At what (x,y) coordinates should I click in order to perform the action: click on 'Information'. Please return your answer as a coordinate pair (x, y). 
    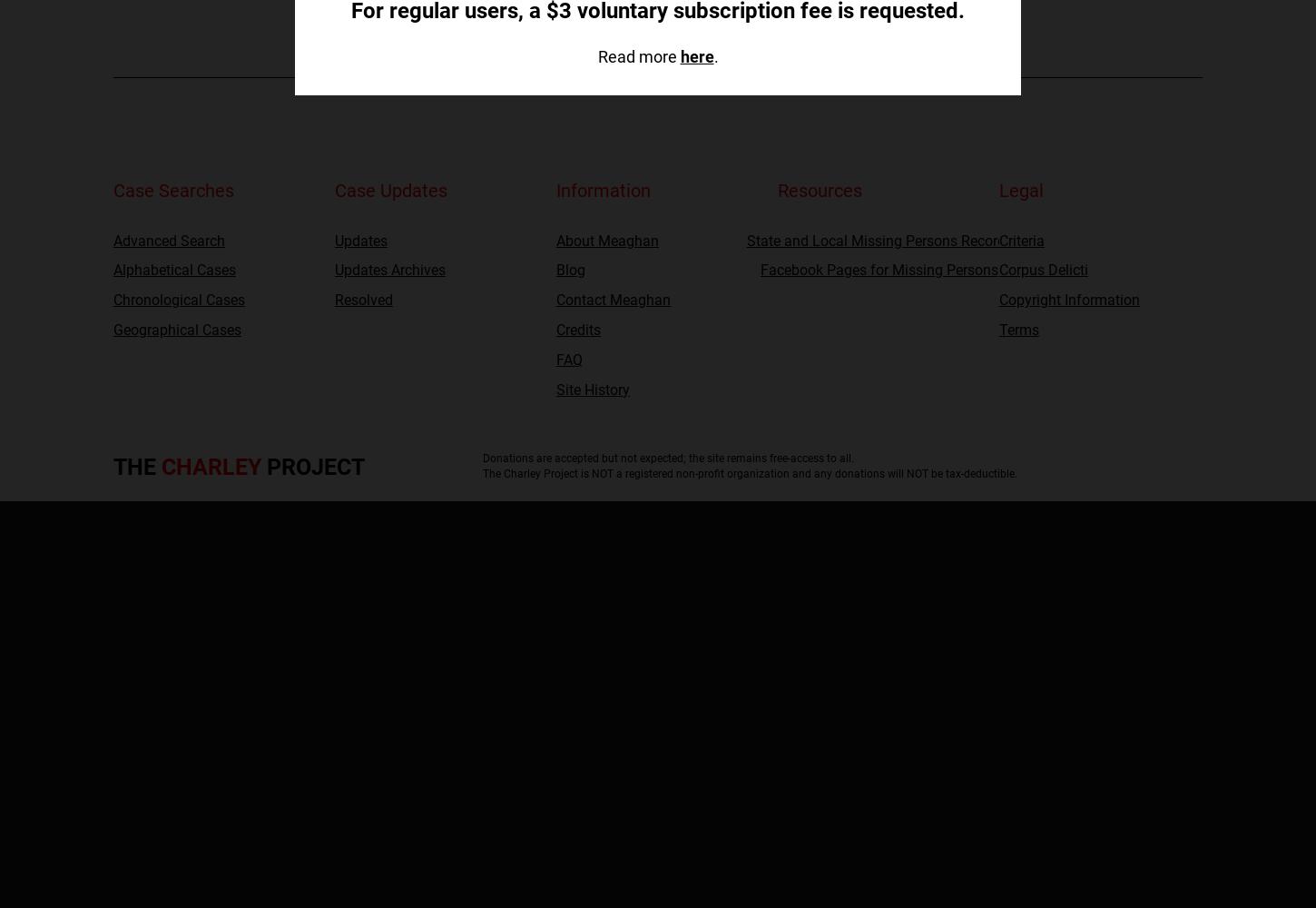
    Looking at the image, I should click on (602, 190).